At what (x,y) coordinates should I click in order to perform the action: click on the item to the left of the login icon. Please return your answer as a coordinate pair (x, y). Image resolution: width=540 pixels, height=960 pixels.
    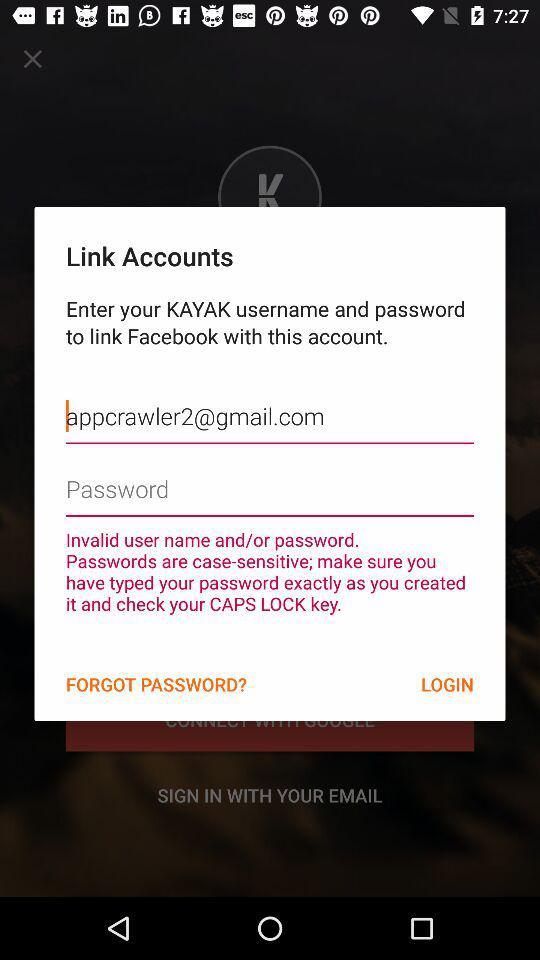
    Looking at the image, I should click on (155, 684).